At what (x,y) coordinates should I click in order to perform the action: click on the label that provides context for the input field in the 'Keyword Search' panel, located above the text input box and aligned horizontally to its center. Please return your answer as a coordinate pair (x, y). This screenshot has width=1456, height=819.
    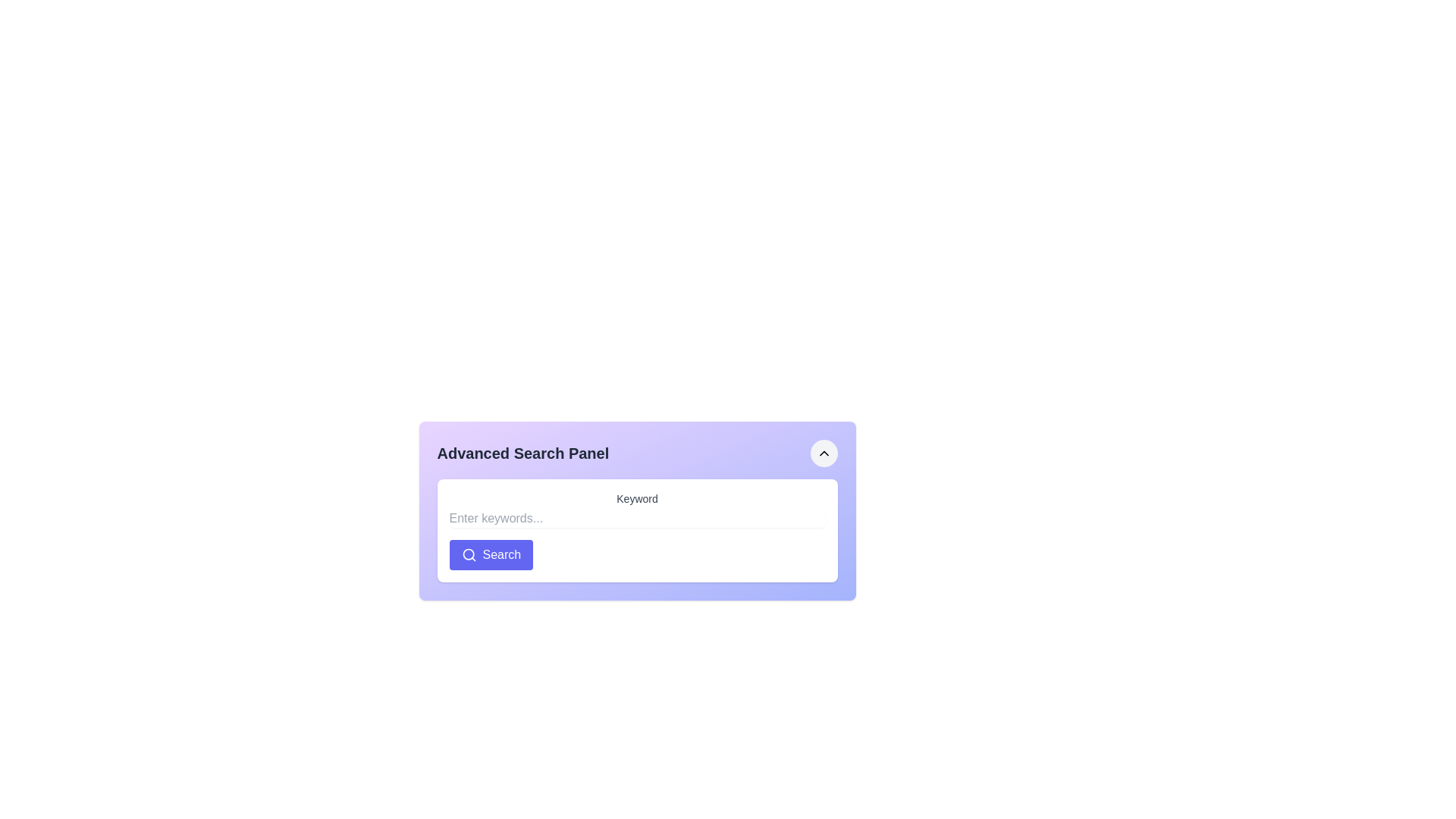
    Looking at the image, I should click on (637, 509).